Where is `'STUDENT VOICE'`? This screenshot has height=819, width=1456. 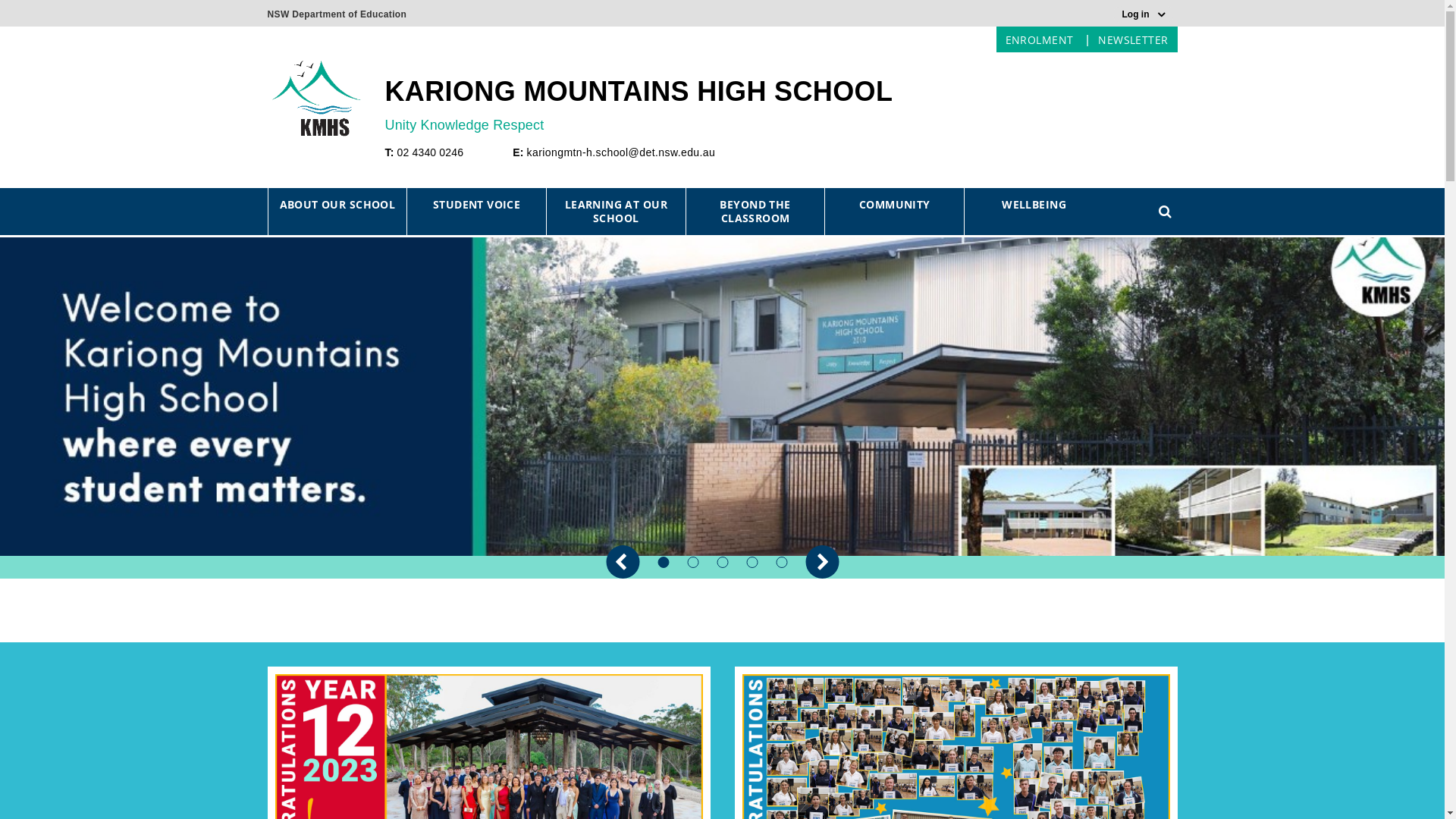 'STUDENT VOICE' is located at coordinates (475, 205).